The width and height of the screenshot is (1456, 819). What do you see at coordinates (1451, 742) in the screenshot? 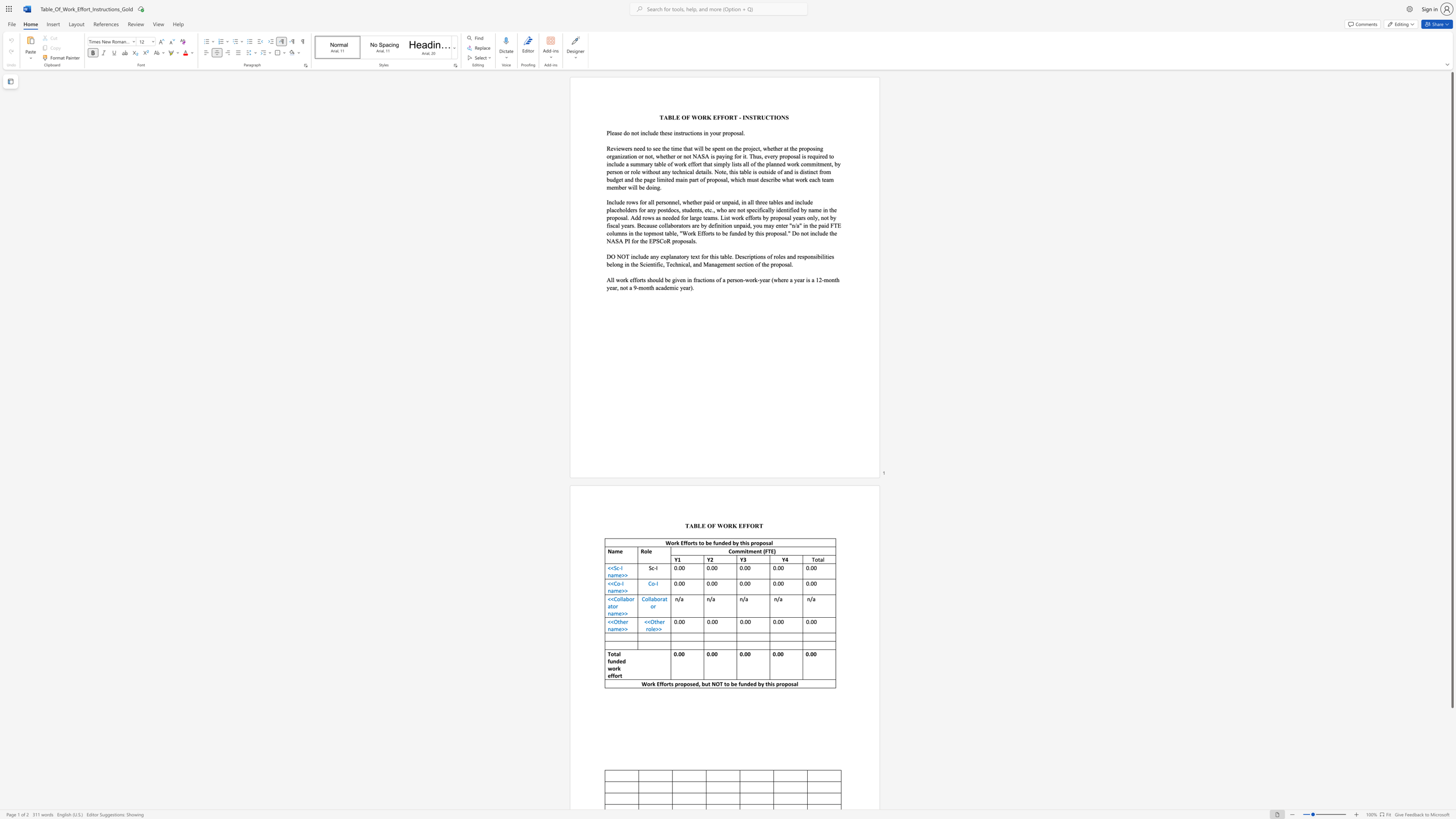
I see `the scrollbar to scroll the page down` at bounding box center [1451, 742].